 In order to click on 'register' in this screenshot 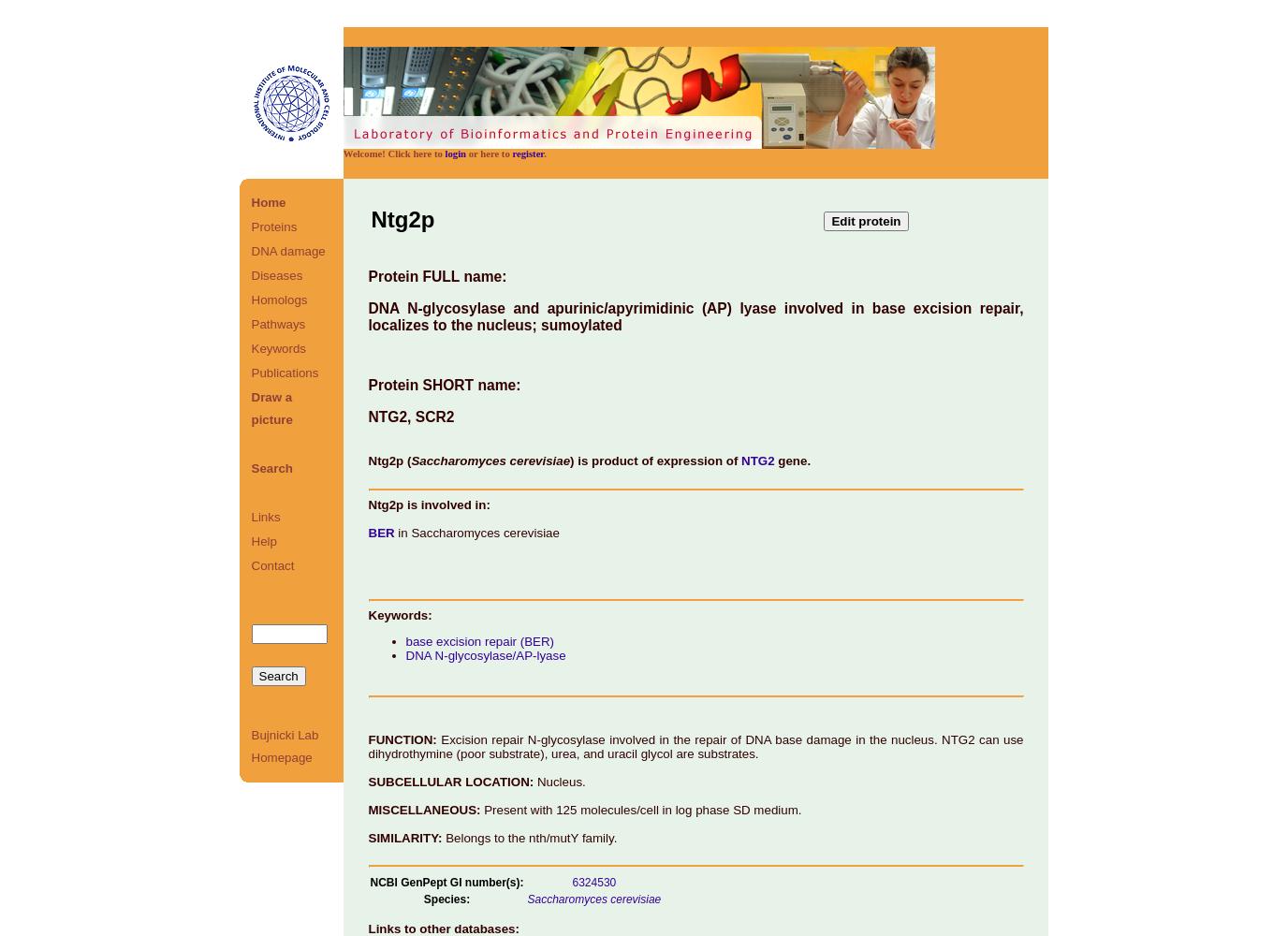, I will do `click(528, 154)`.